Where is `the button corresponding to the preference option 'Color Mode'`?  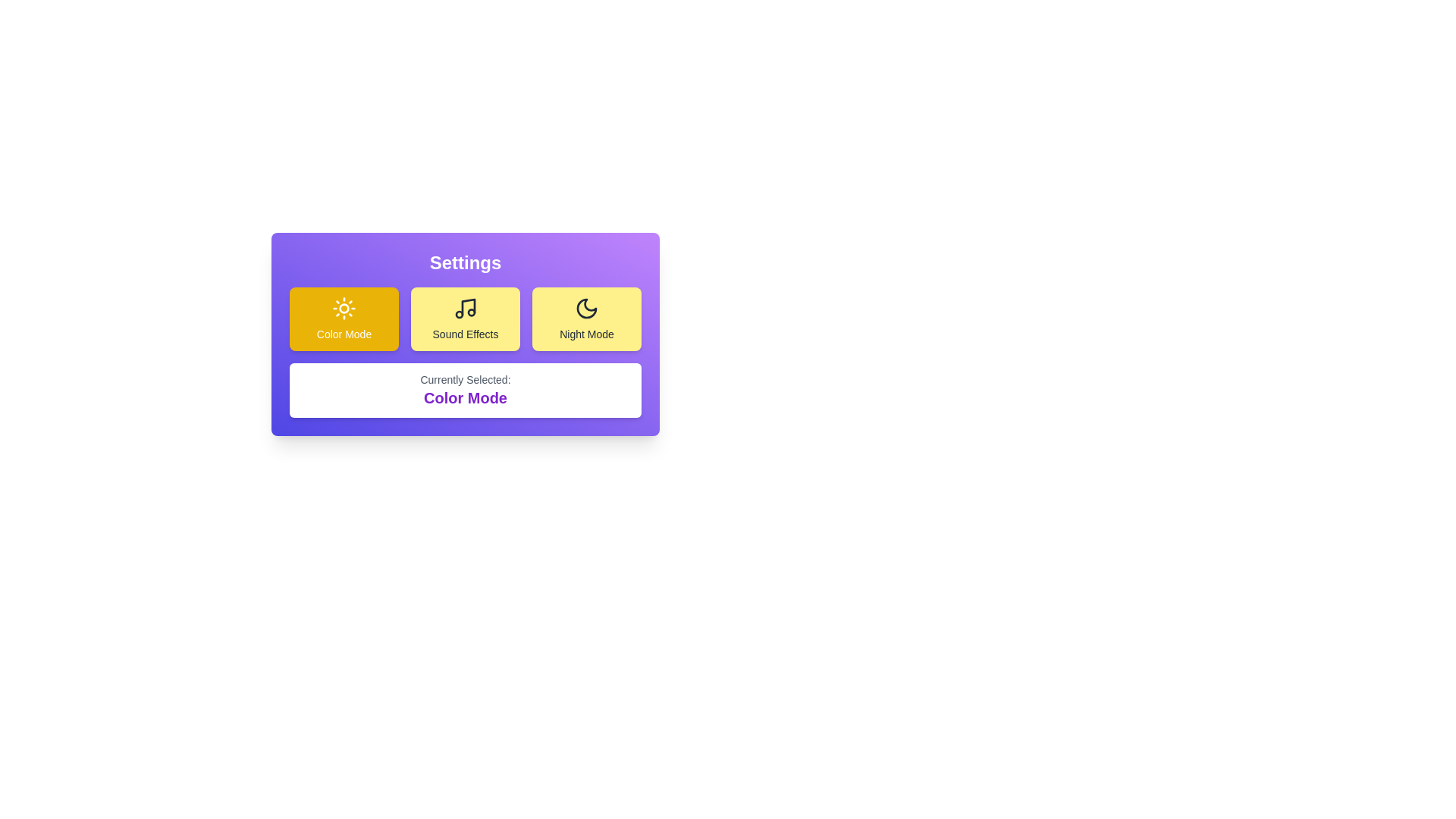 the button corresponding to the preference option 'Color Mode' is located at coordinates (344, 318).